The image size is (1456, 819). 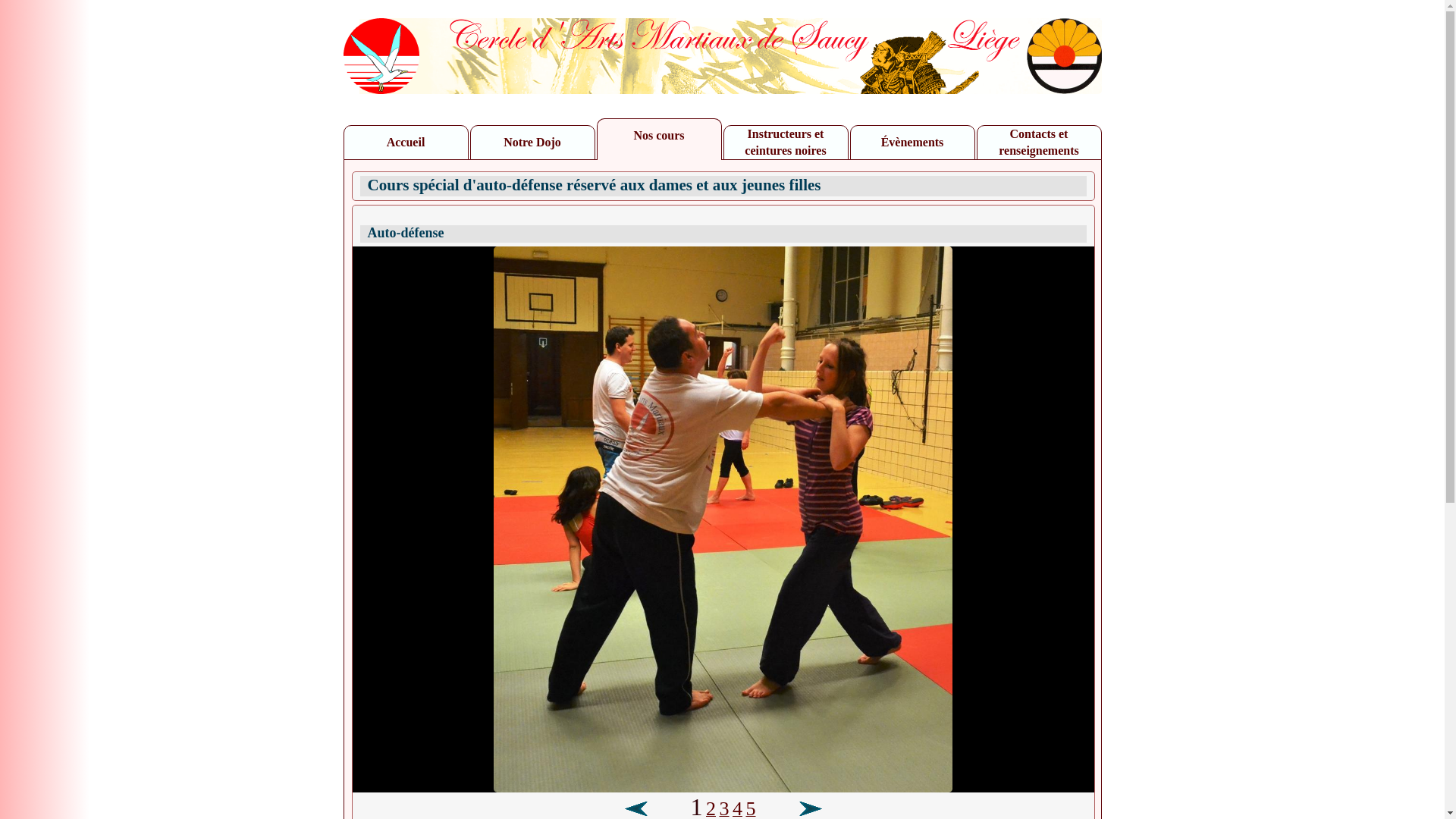 I want to click on 'Accueil', so click(x=344, y=143).